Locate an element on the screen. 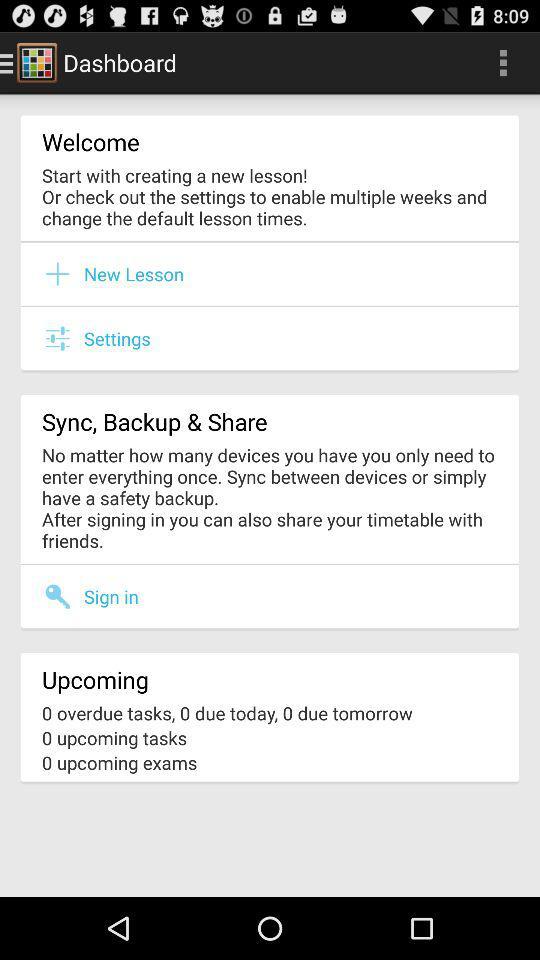  the app to the right of dashboard is located at coordinates (502, 62).